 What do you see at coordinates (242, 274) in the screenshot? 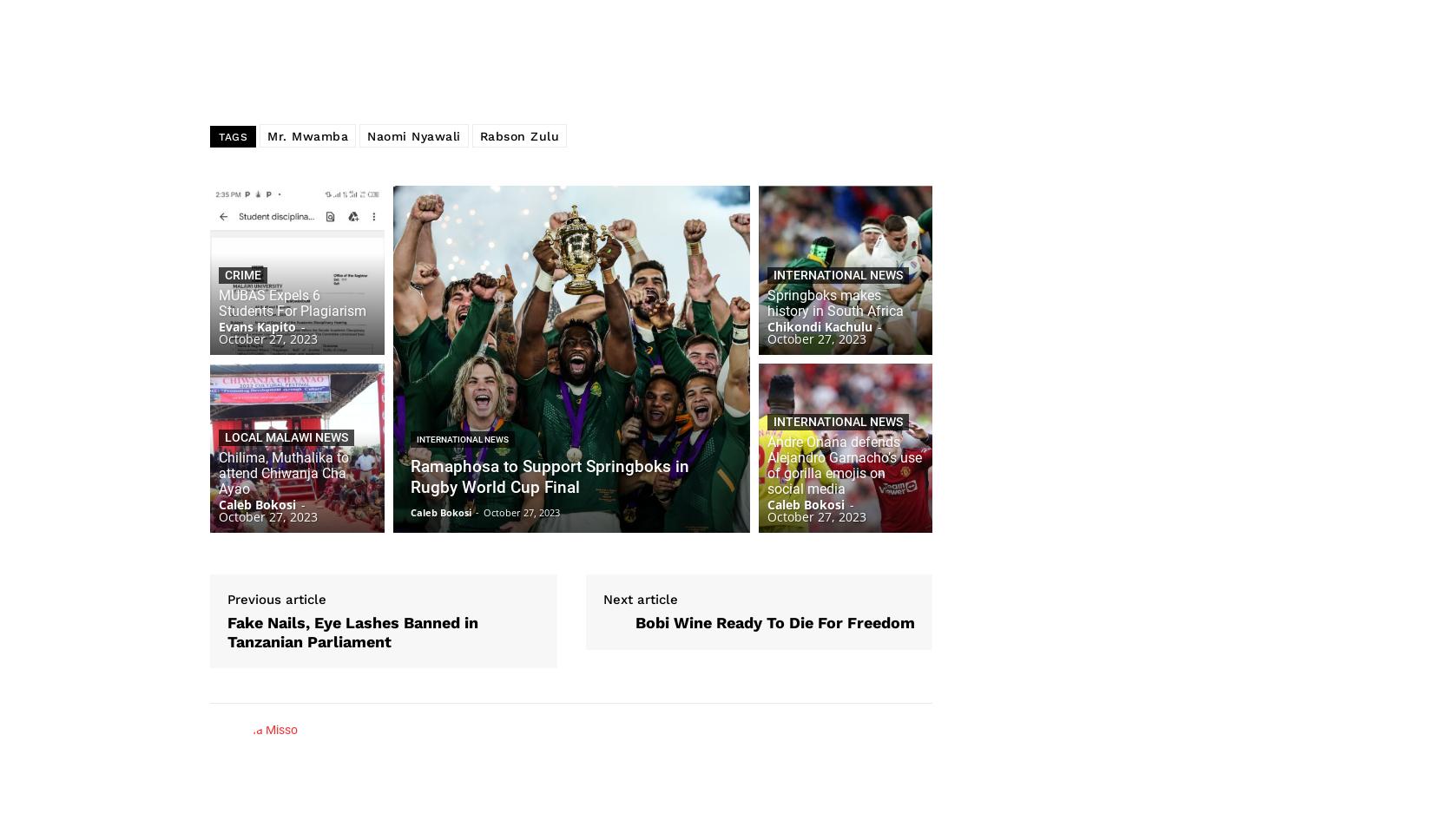
I see `'Crime'` at bounding box center [242, 274].